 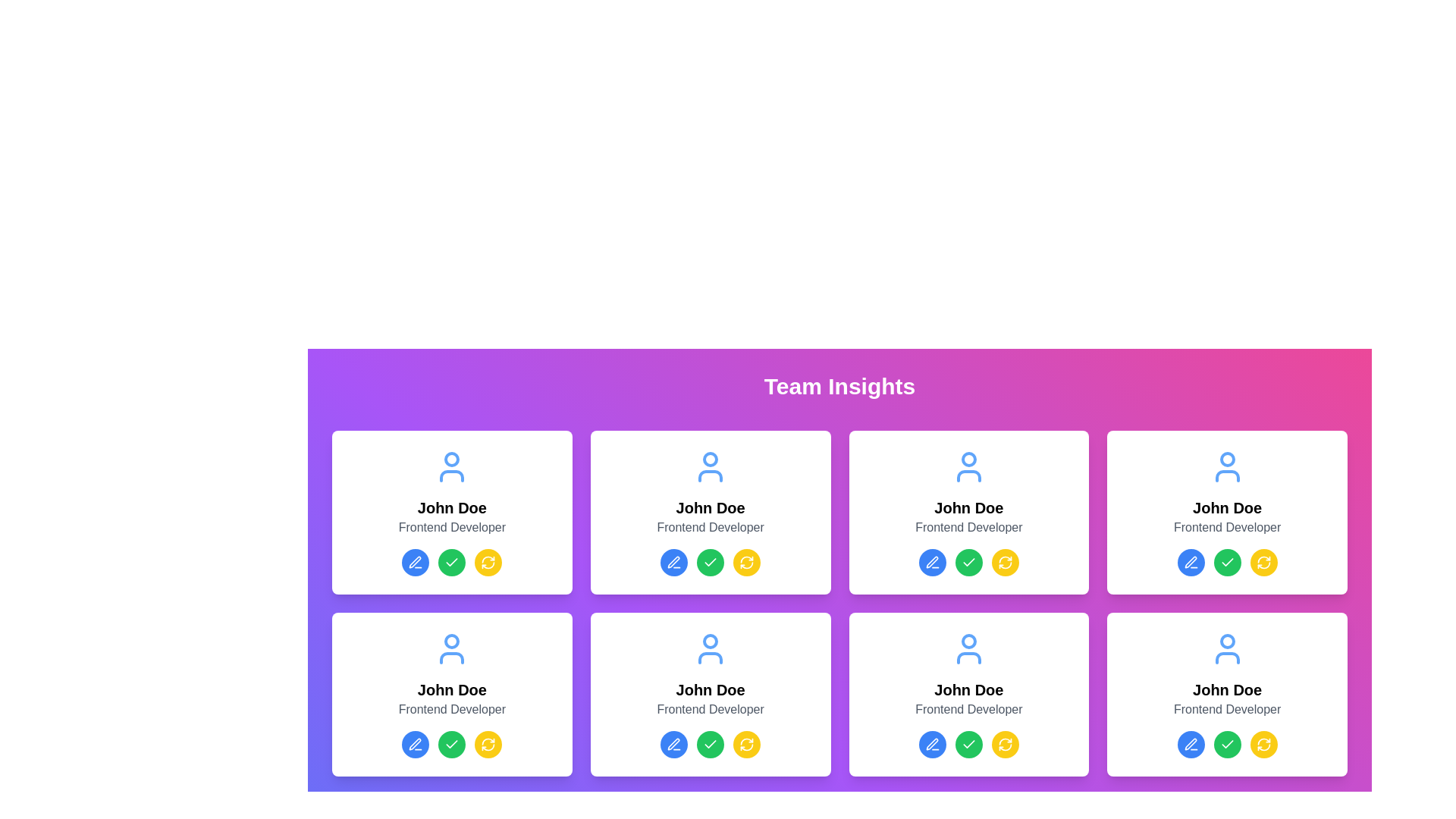 I want to click on the checkmark icon located in the action icon row at the bottom of the fourth card in the last row of the grid layout to confirm an action, so click(x=1227, y=743).